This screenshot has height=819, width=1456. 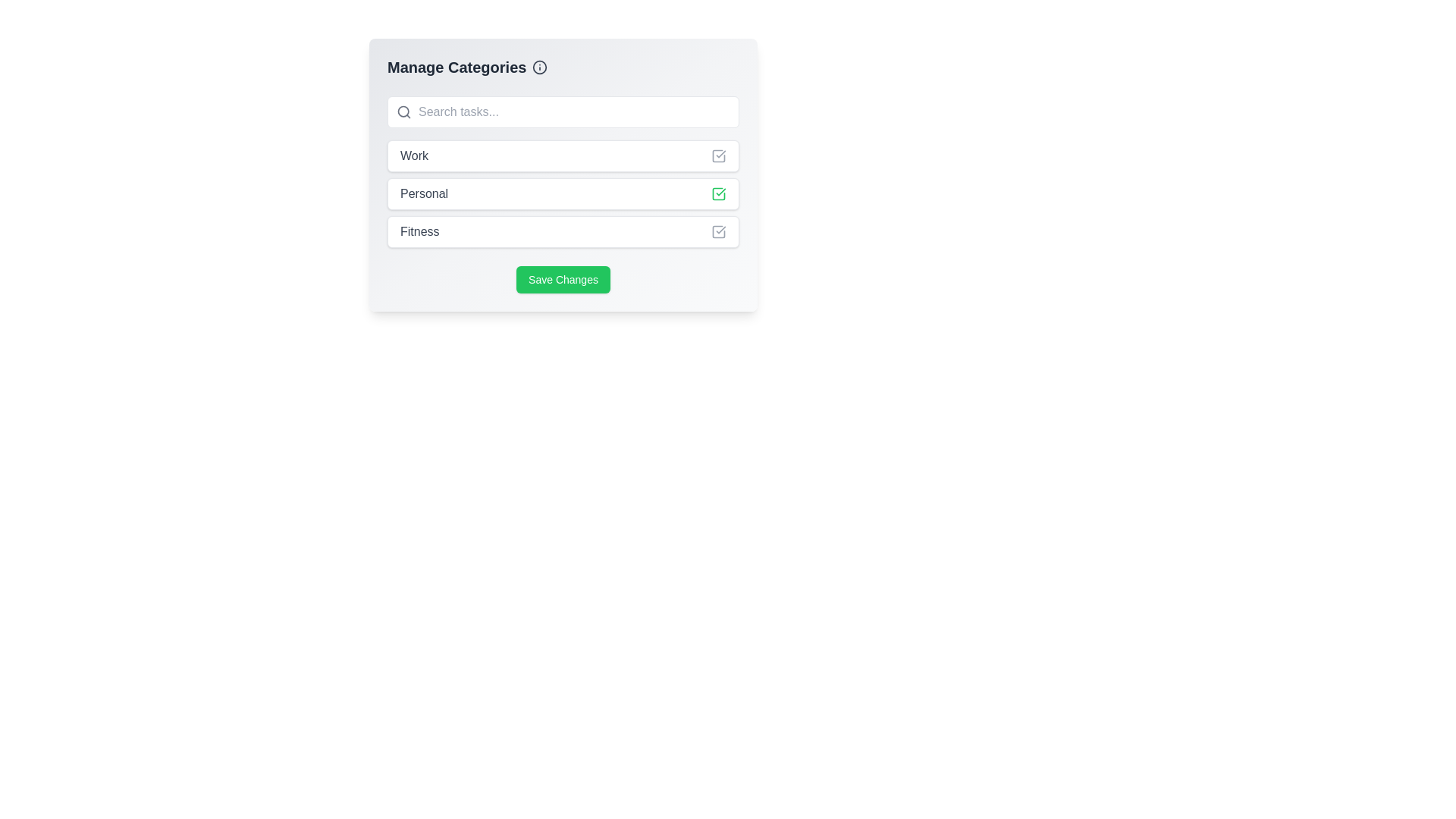 What do you see at coordinates (540, 66) in the screenshot?
I see `the Information icon button located at the right edge of the 'Manage Categories' header` at bounding box center [540, 66].